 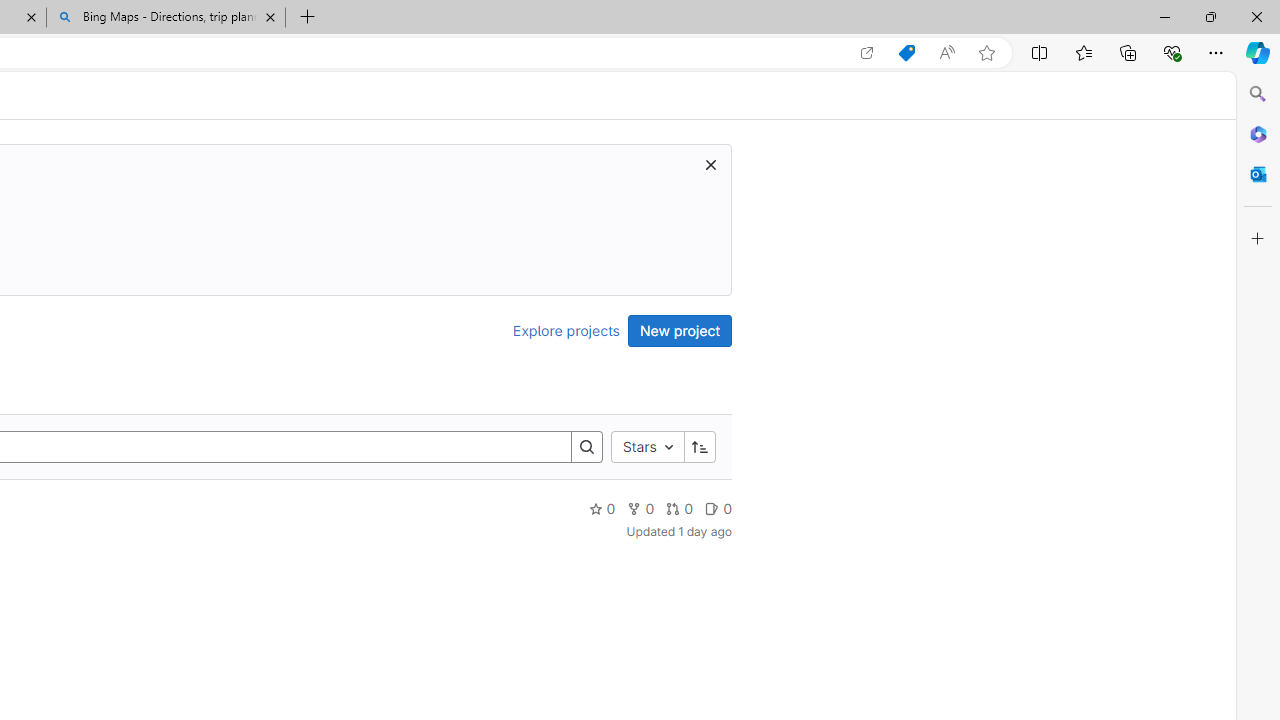 What do you see at coordinates (711, 163) in the screenshot?
I see `'Dismiss trial promotion'` at bounding box center [711, 163].